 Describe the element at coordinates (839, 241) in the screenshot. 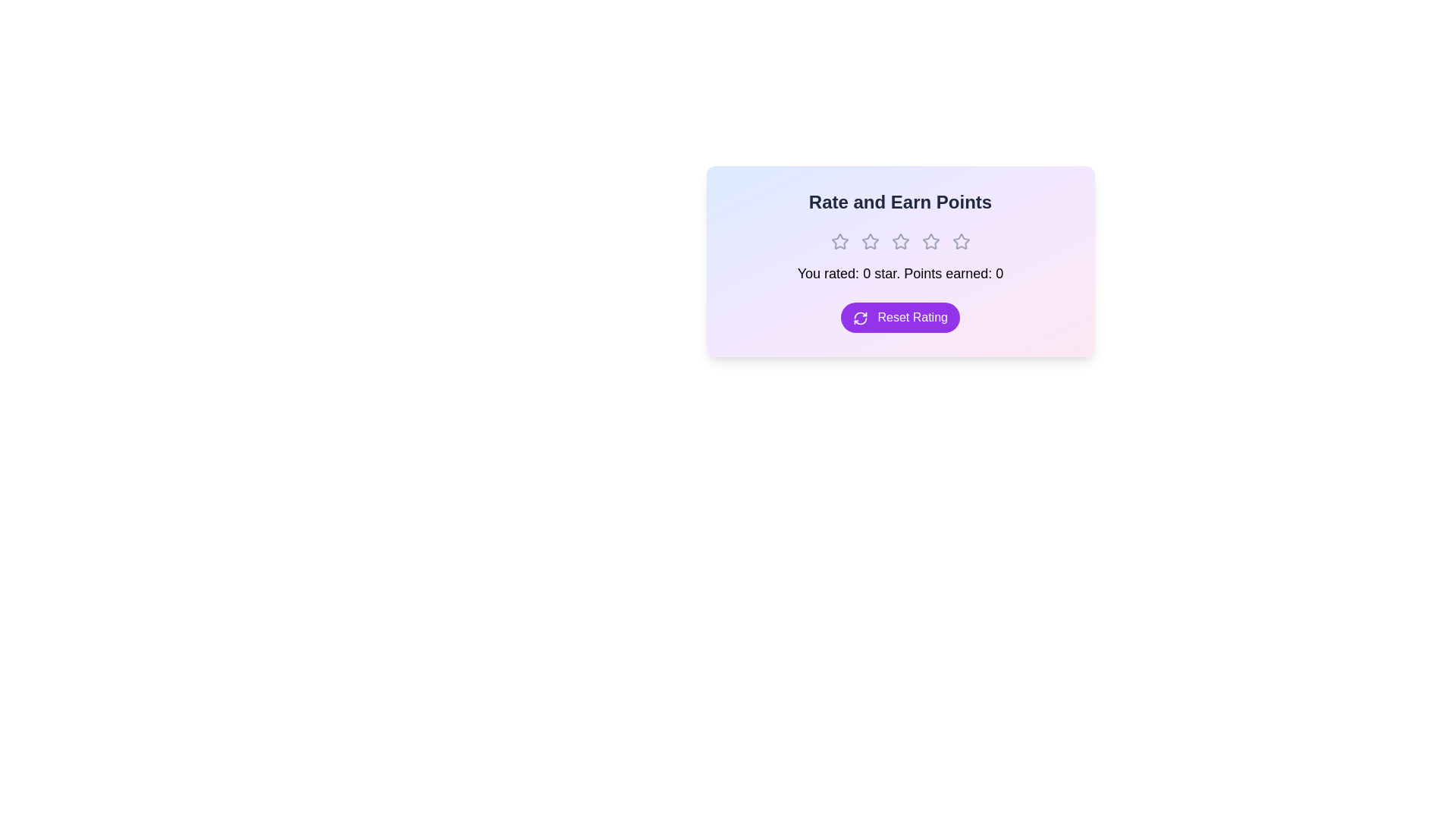

I see `the rating to 1 stars by clicking on the corresponding star` at that location.